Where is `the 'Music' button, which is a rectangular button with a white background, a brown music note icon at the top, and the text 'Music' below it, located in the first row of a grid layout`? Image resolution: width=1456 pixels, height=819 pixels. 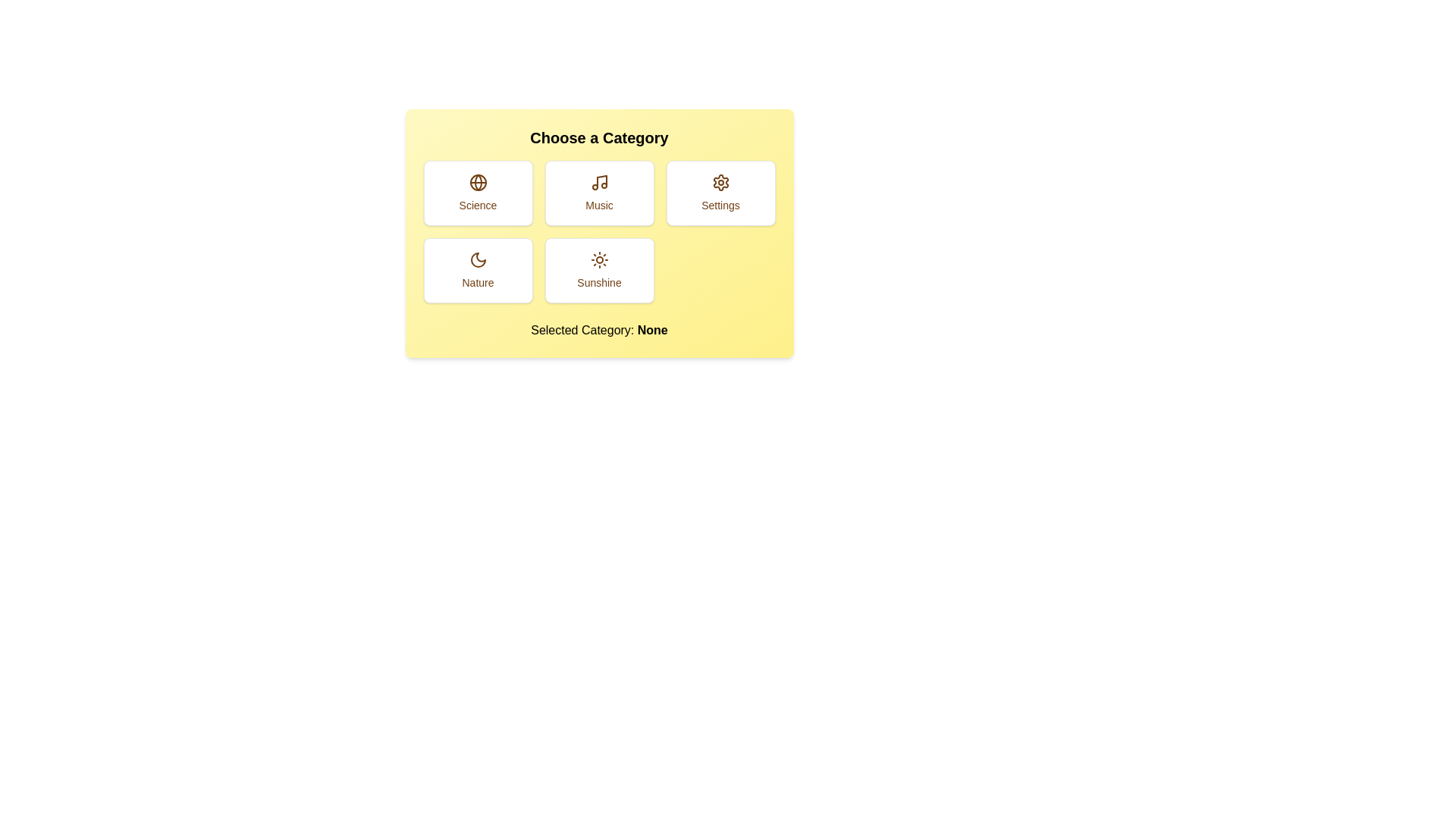
the 'Music' button, which is a rectangular button with a white background, a brown music note icon at the top, and the text 'Music' below it, located in the first row of a grid layout is located at coordinates (598, 192).